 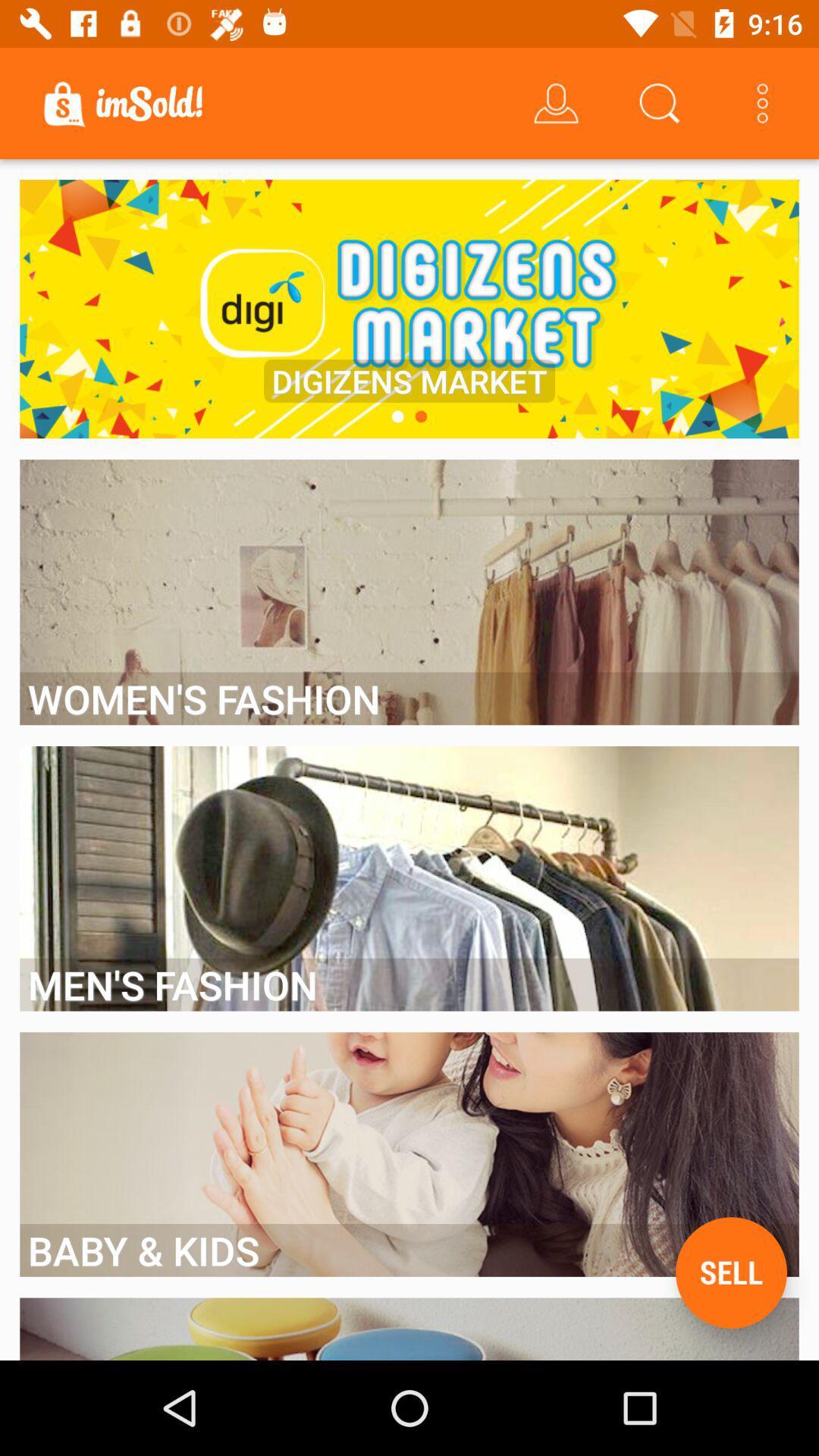 What do you see at coordinates (421, 416) in the screenshot?
I see `the icon below the digizens market item` at bounding box center [421, 416].